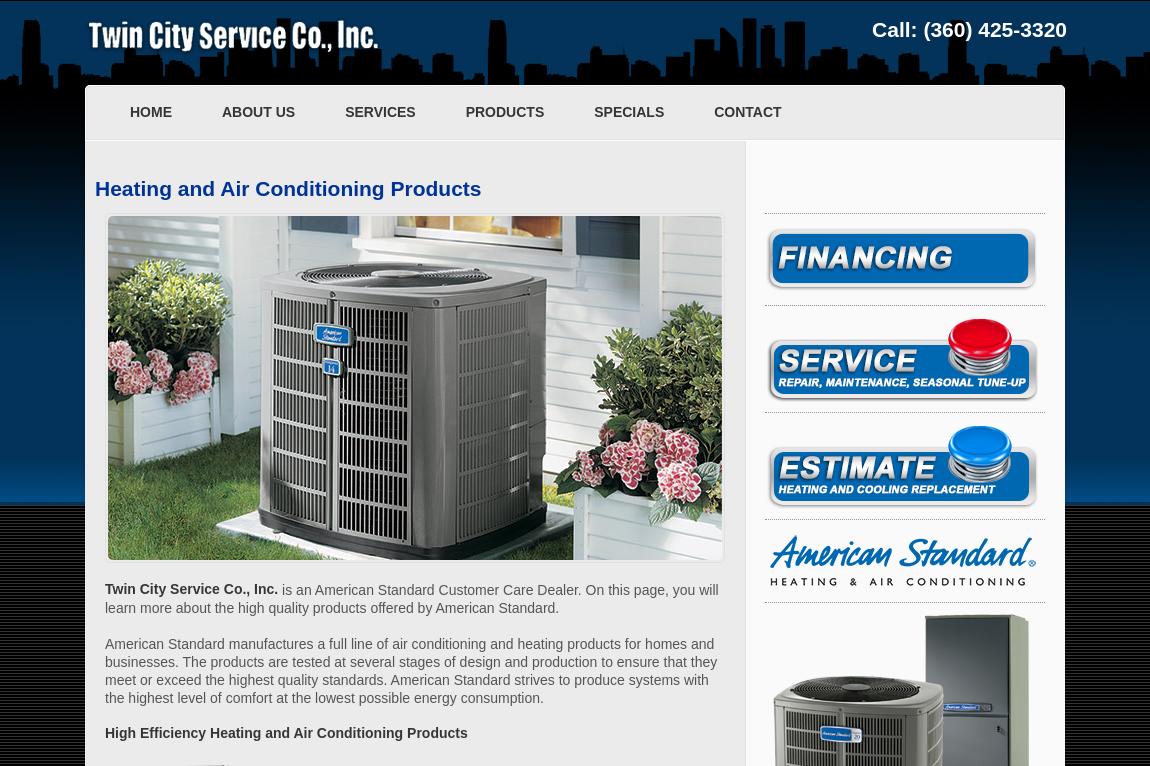  What do you see at coordinates (504, 110) in the screenshot?
I see `'PRODUCTS'` at bounding box center [504, 110].